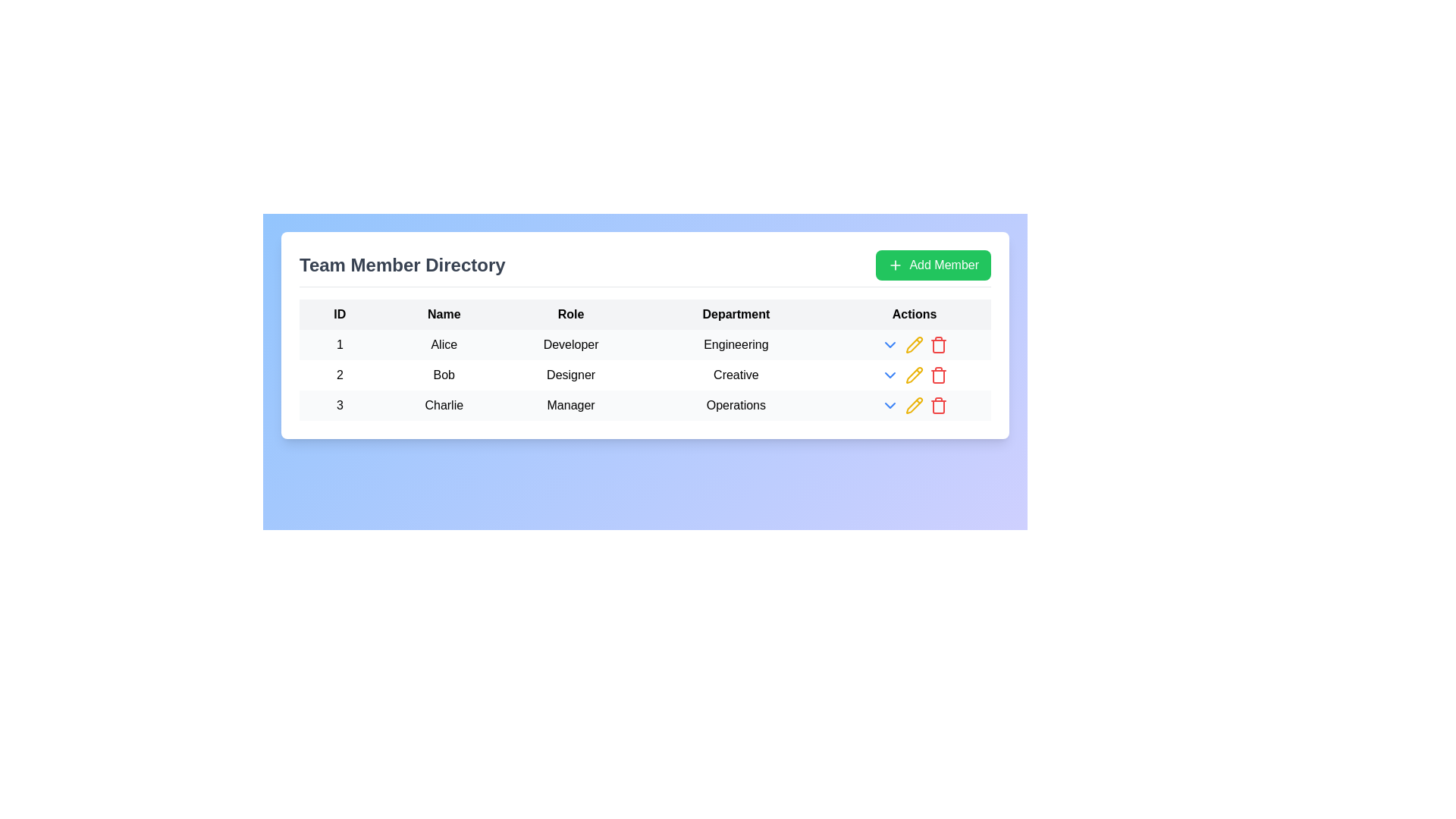 This screenshot has height=819, width=1456. I want to click on the bold label with the text '2' in the first cell of the second row of the 'Team Member Directory' table, so click(339, 375).